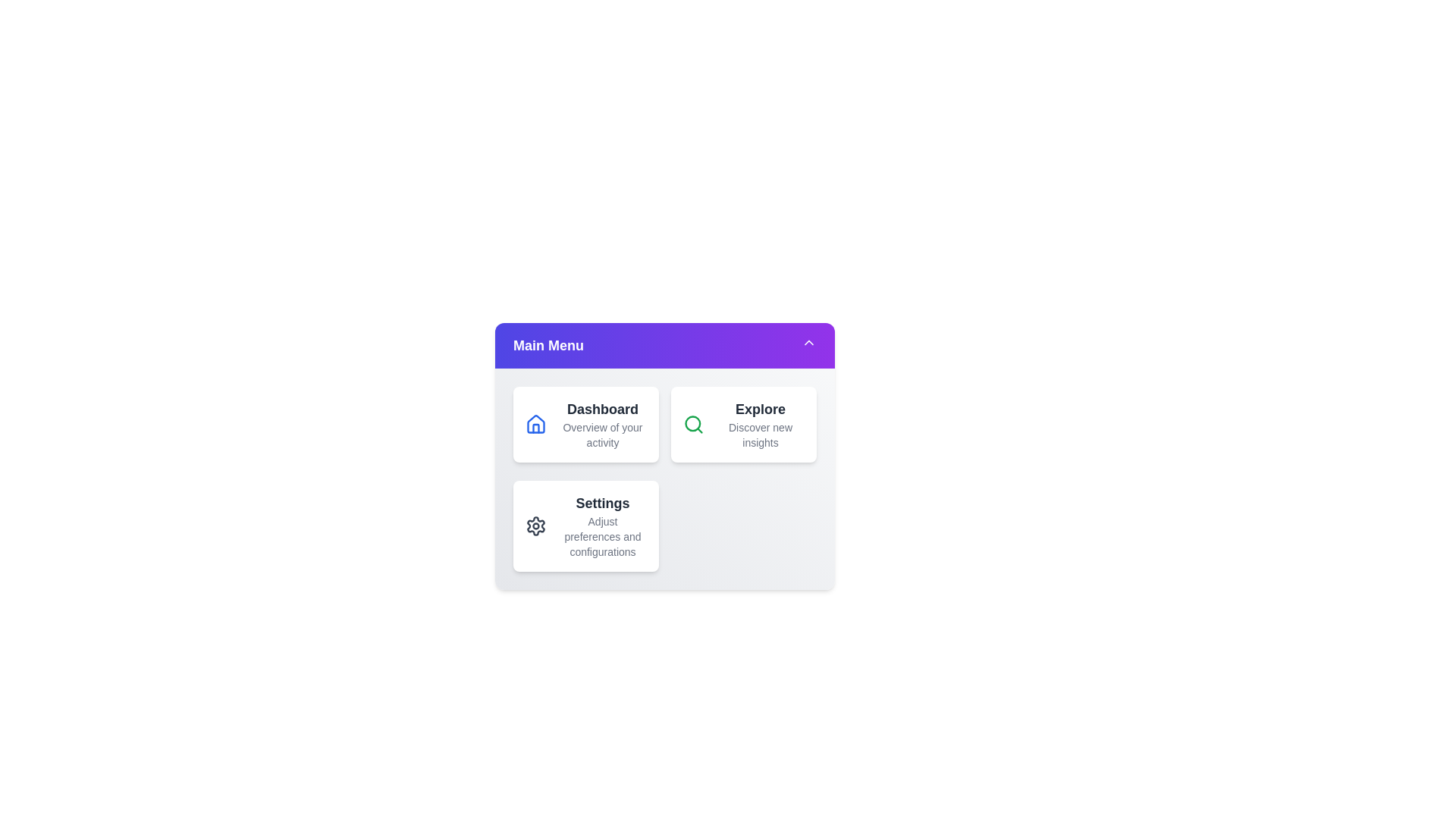  I want to click on the 'Main Menu' button to toggle the visibility of the menu, so click(665, 345).